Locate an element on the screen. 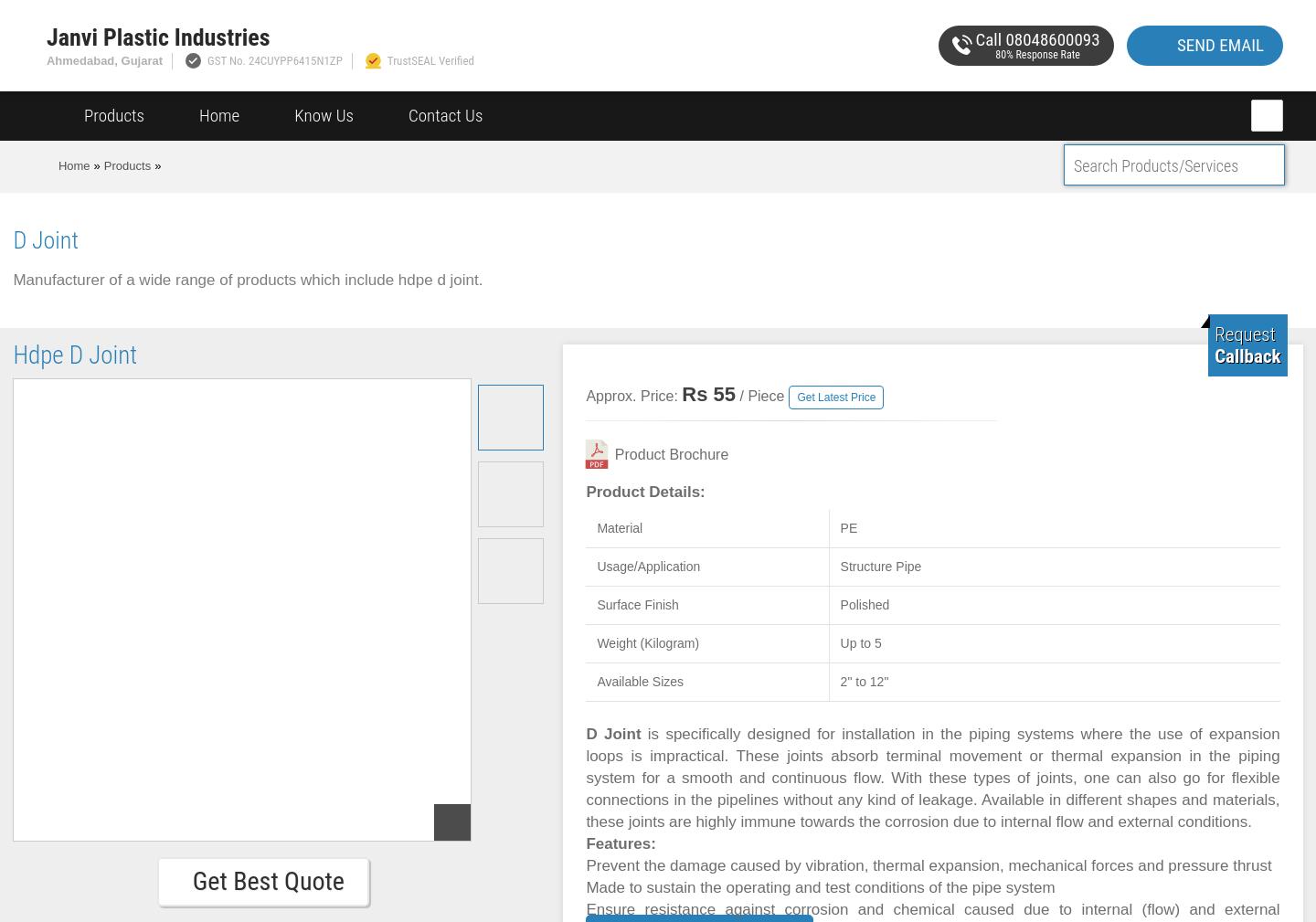 The width and height of the screenshot is (1316, 922). 'Hdpe D Joint' is located at coordinates (74, 354).